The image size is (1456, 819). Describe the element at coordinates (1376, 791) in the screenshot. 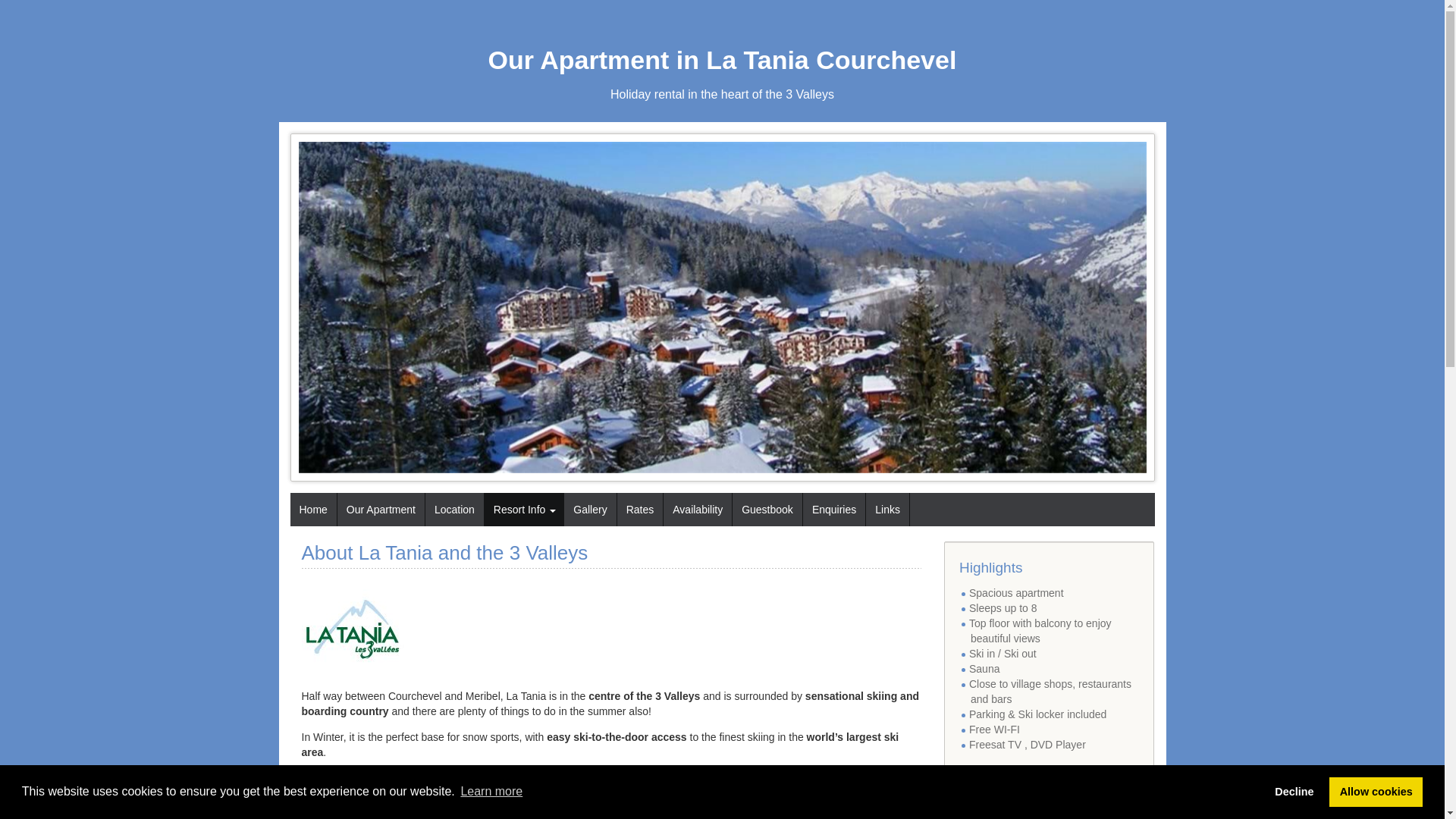

I see `'Allow cookies'` at that location.